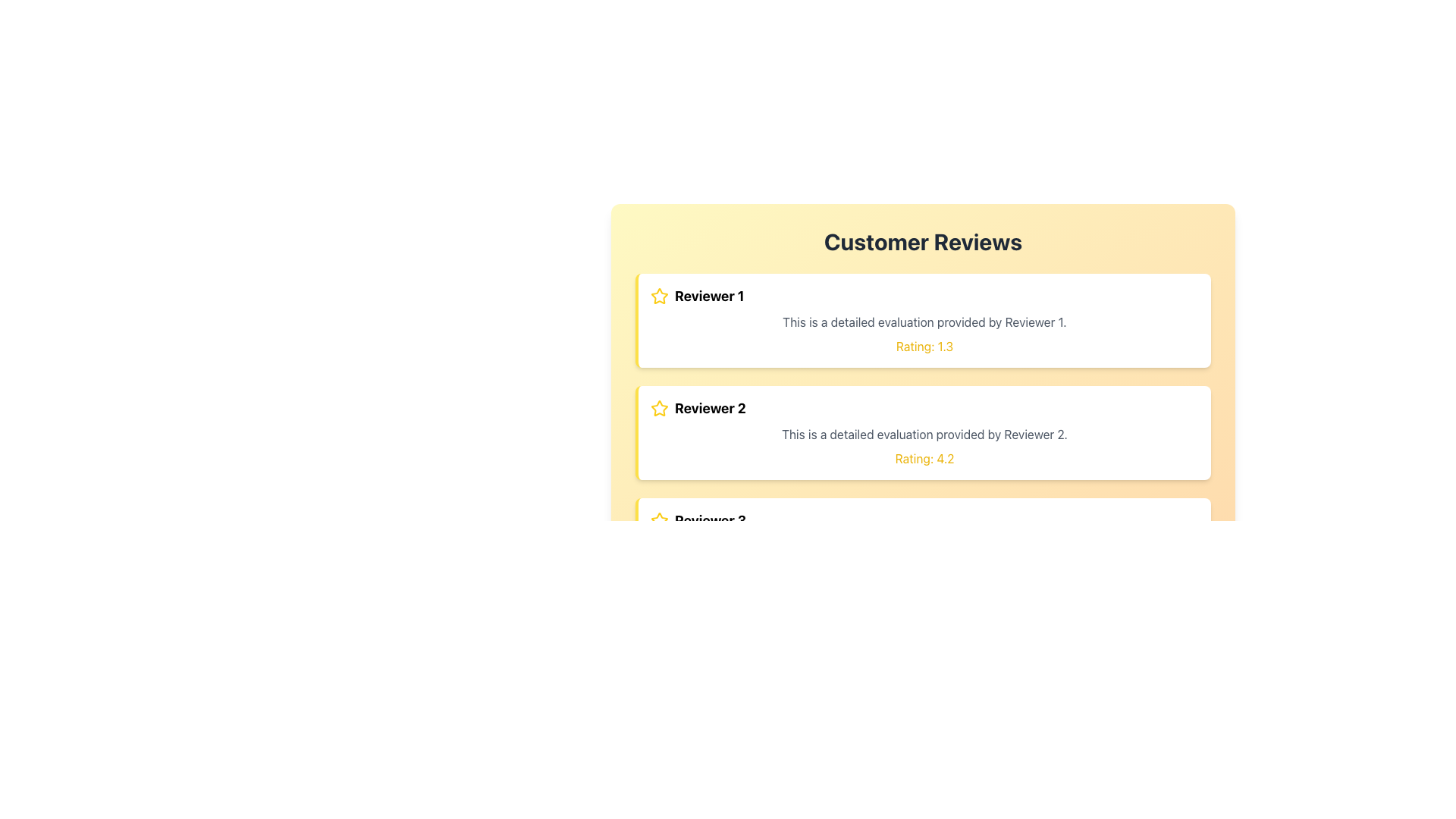 The image size is (1456, 819). Describe the element at coordinates (924, 346) in the screenshot. I see `the Text Label displaying the numerical rating value of 1.3 from 'Reviewer 1', located below the evaluation description` at that location.